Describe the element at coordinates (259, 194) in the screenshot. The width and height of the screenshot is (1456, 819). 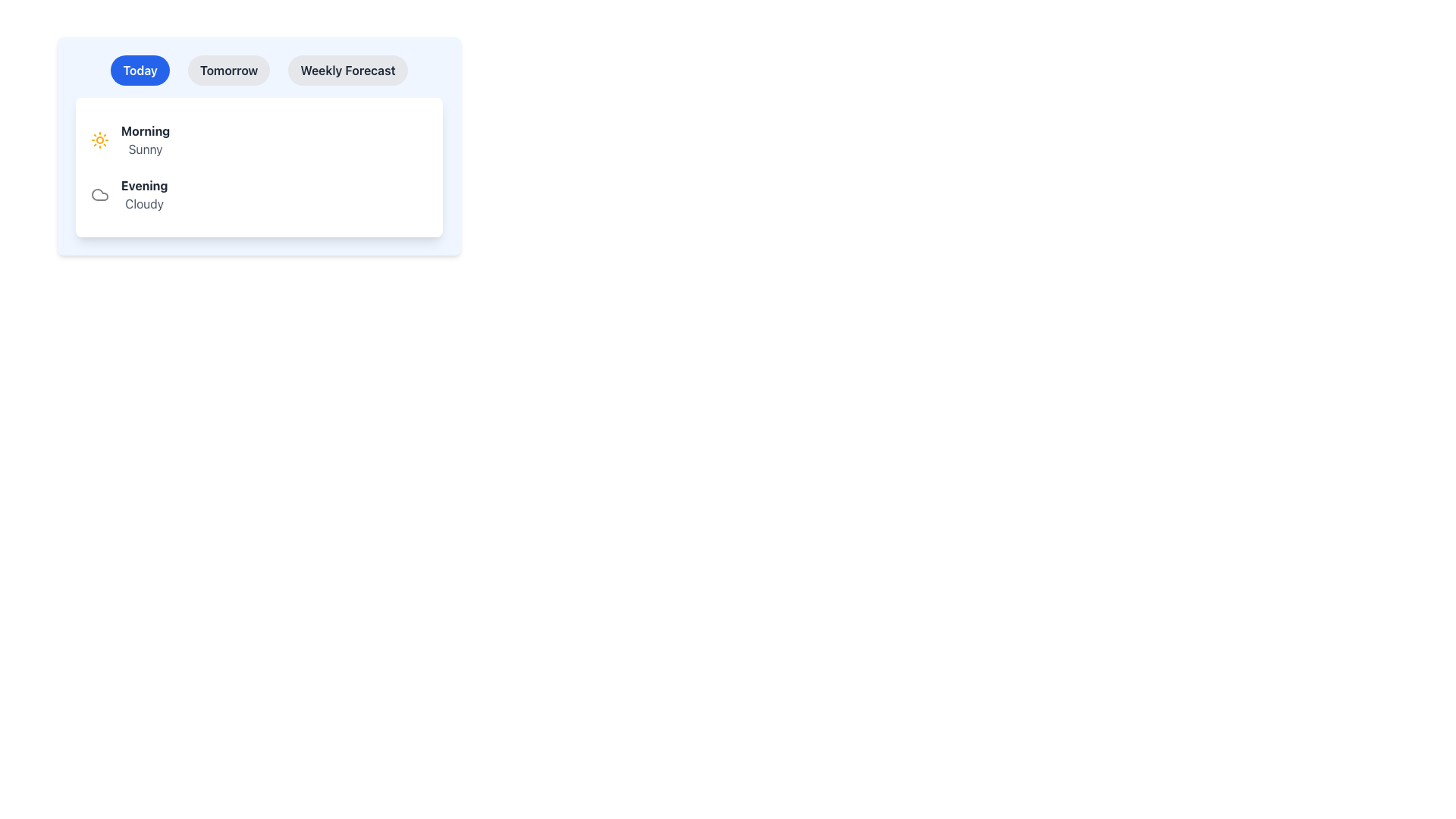
I see `the second list item that conveys evening weather information indicating it's cloudy` at that location.